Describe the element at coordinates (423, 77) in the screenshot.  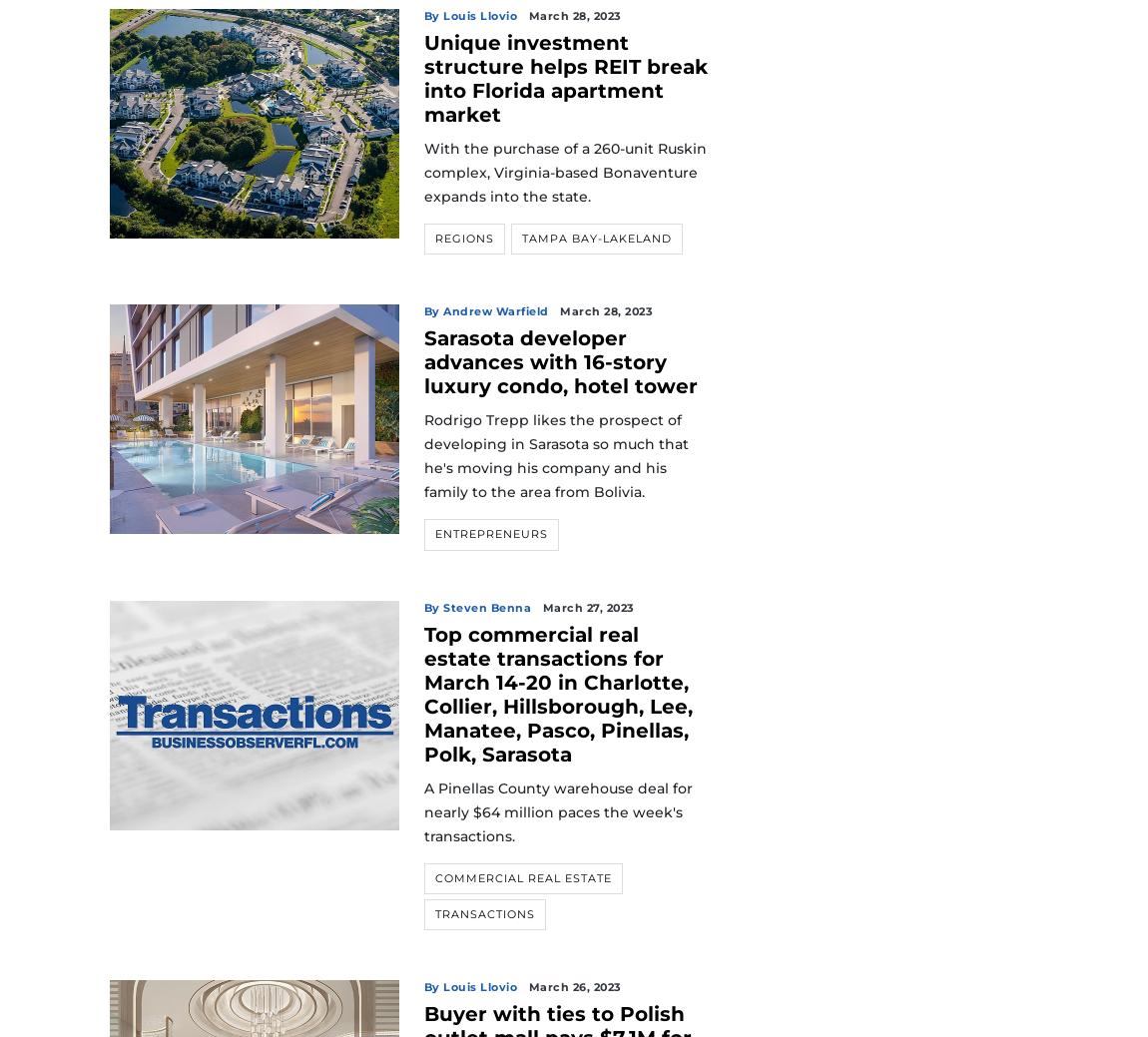
I see `'Unique investment structure helps REIT break into Florida apartment market'` at that location.